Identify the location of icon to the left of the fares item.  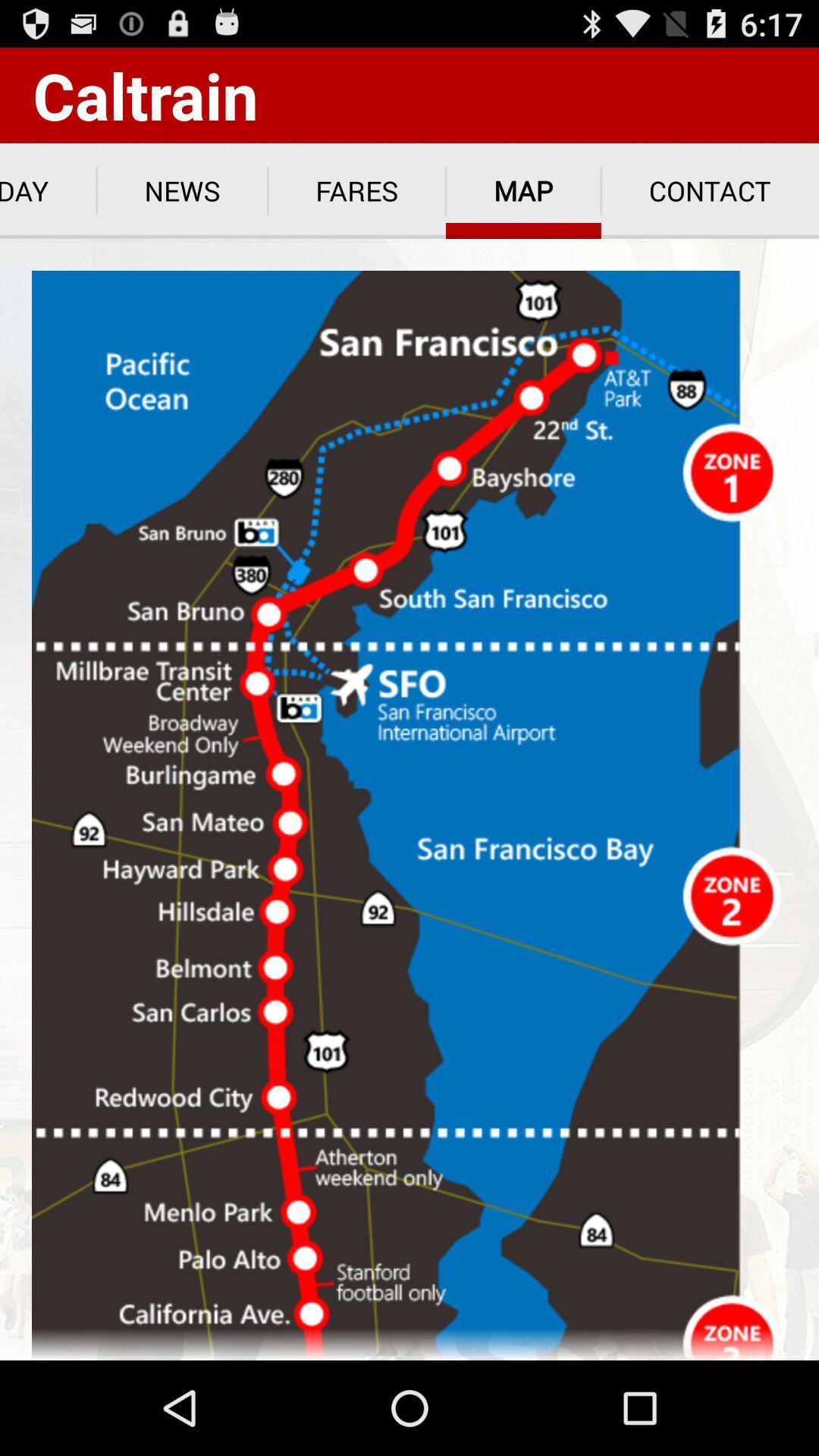
(181, 190).